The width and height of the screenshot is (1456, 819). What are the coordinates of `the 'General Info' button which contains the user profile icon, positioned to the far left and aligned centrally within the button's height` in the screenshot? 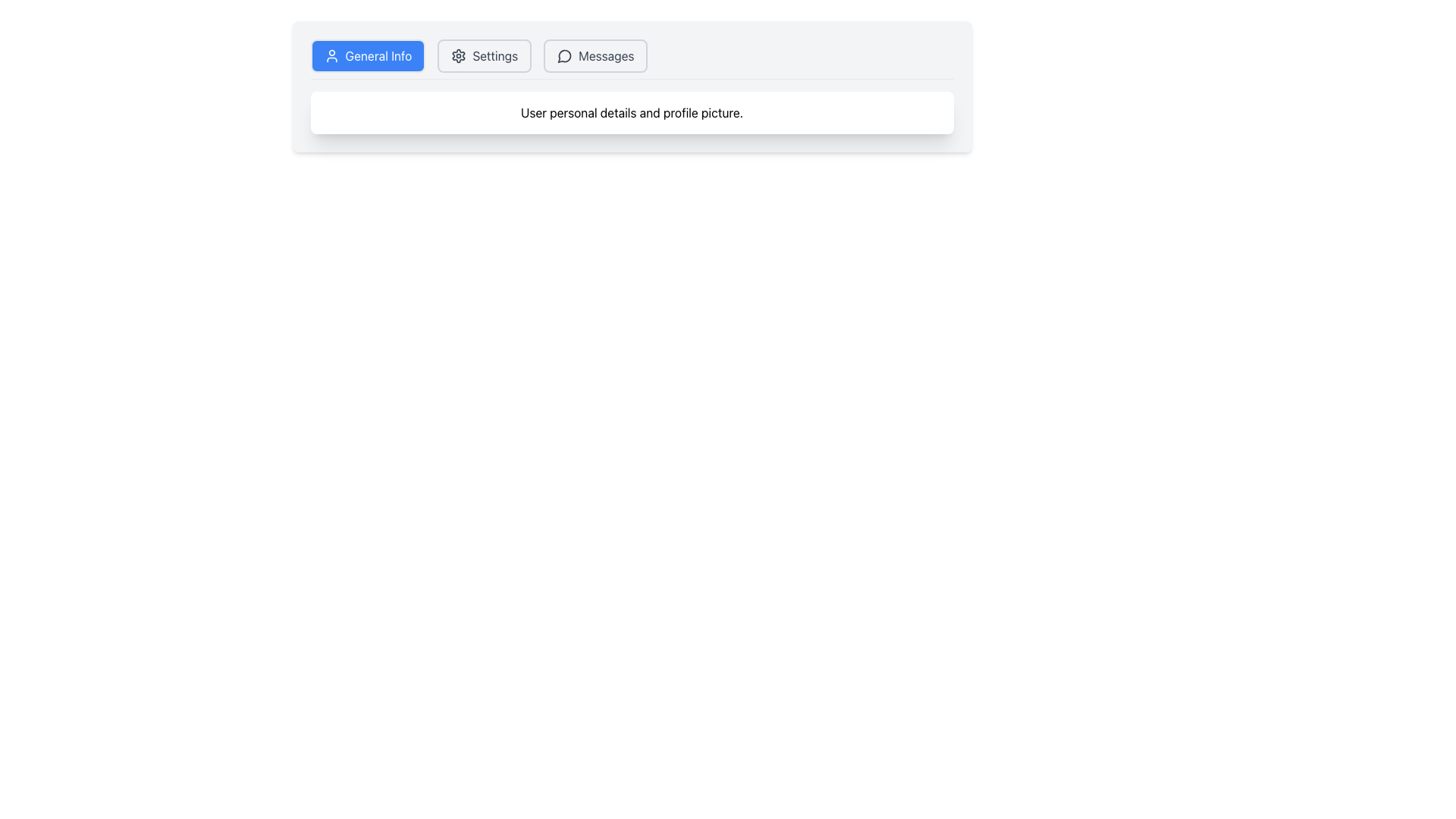 It's located at (331, 55).